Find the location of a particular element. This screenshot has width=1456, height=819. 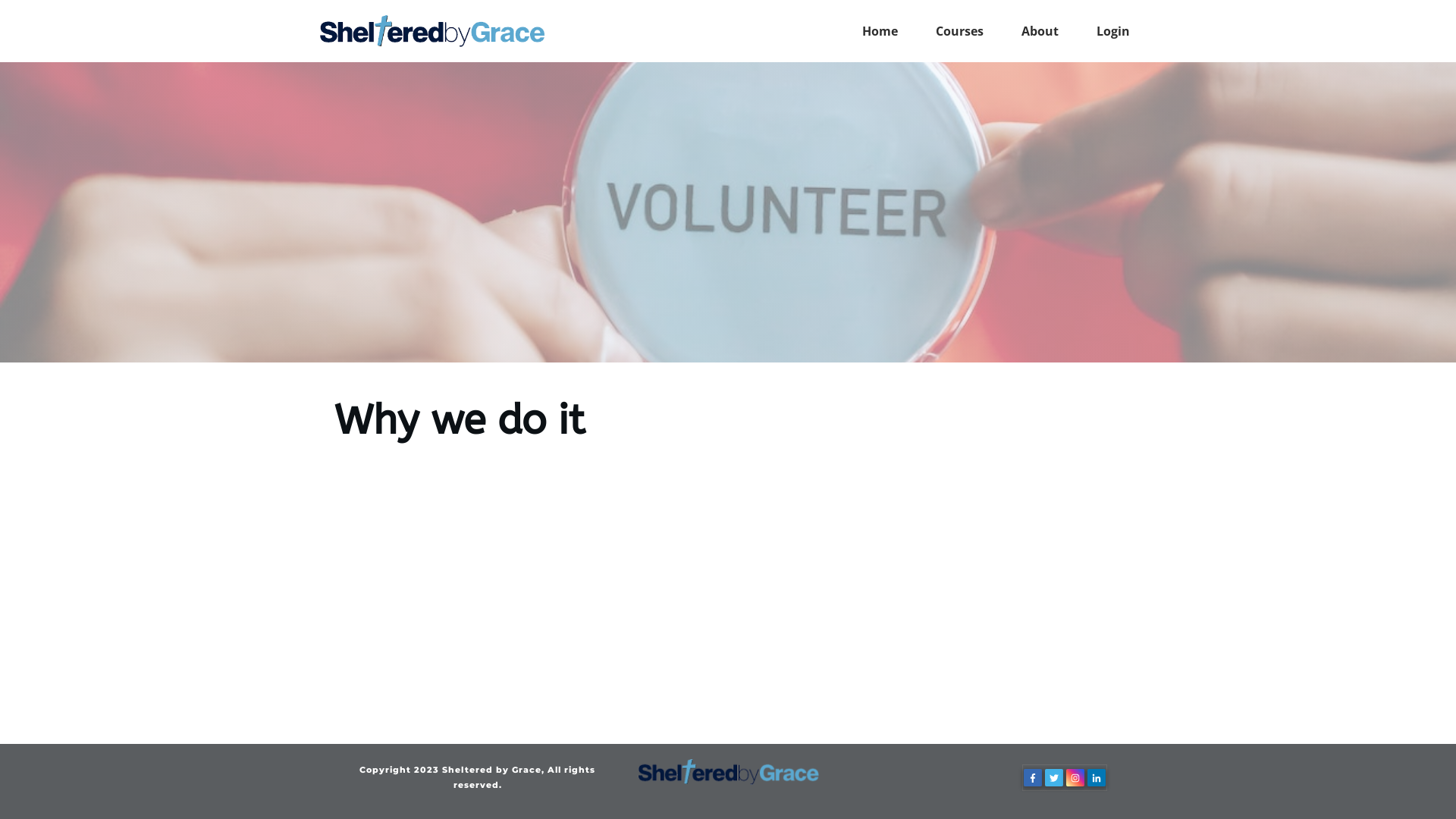

'Home' is located at coordinates (880, 31).